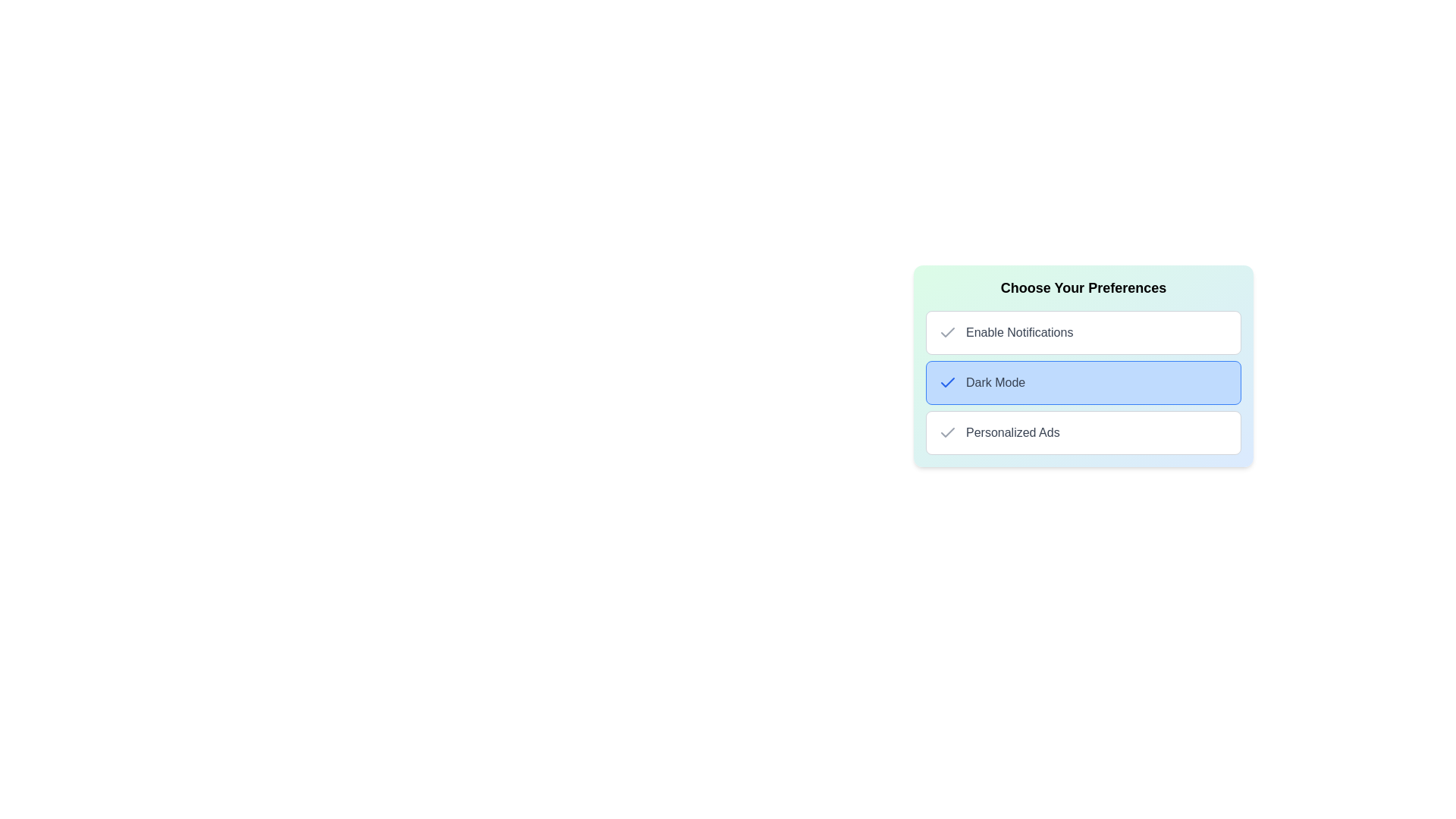  Describe the element at coordinates (1083, 332) in the screenshot. I see `the first selectable preference item for enabling notifications` at that location.